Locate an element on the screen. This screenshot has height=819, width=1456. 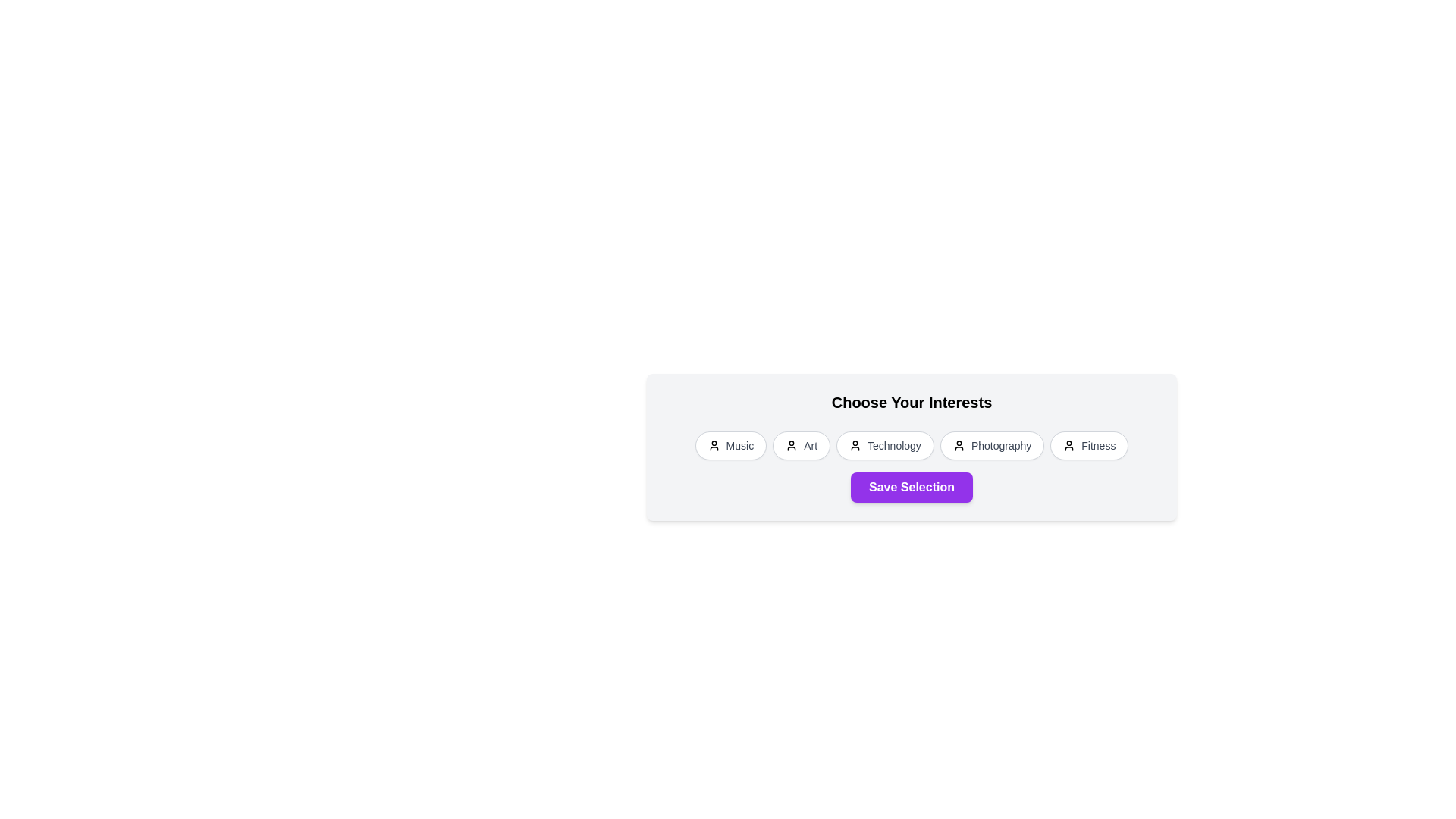
the interest chip labeled 'Photography' is located at coordinates (992, 444).